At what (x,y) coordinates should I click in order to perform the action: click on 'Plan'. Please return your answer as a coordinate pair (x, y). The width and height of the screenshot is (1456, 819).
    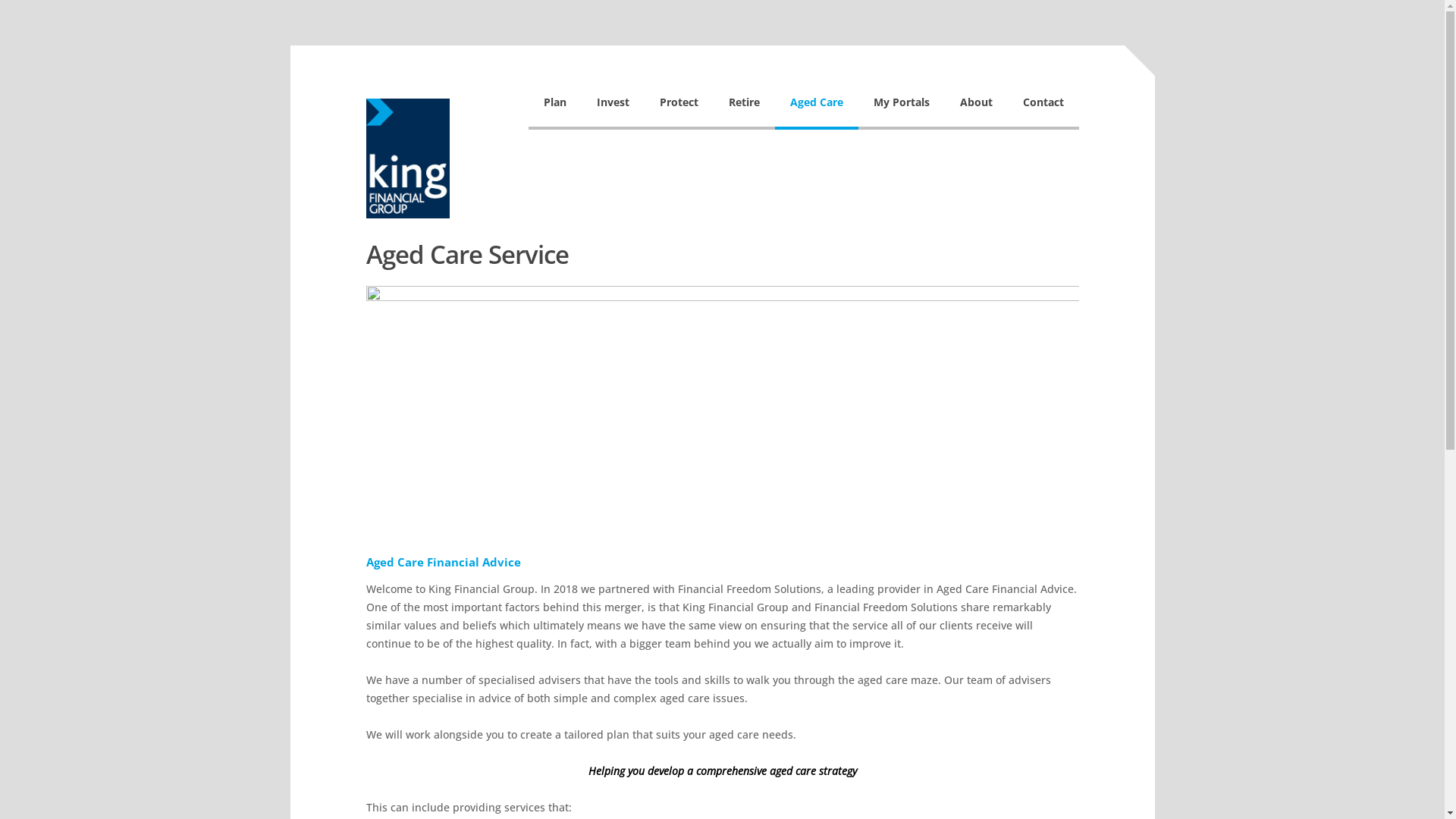
    Looking at the image, I should click on (528, 109).